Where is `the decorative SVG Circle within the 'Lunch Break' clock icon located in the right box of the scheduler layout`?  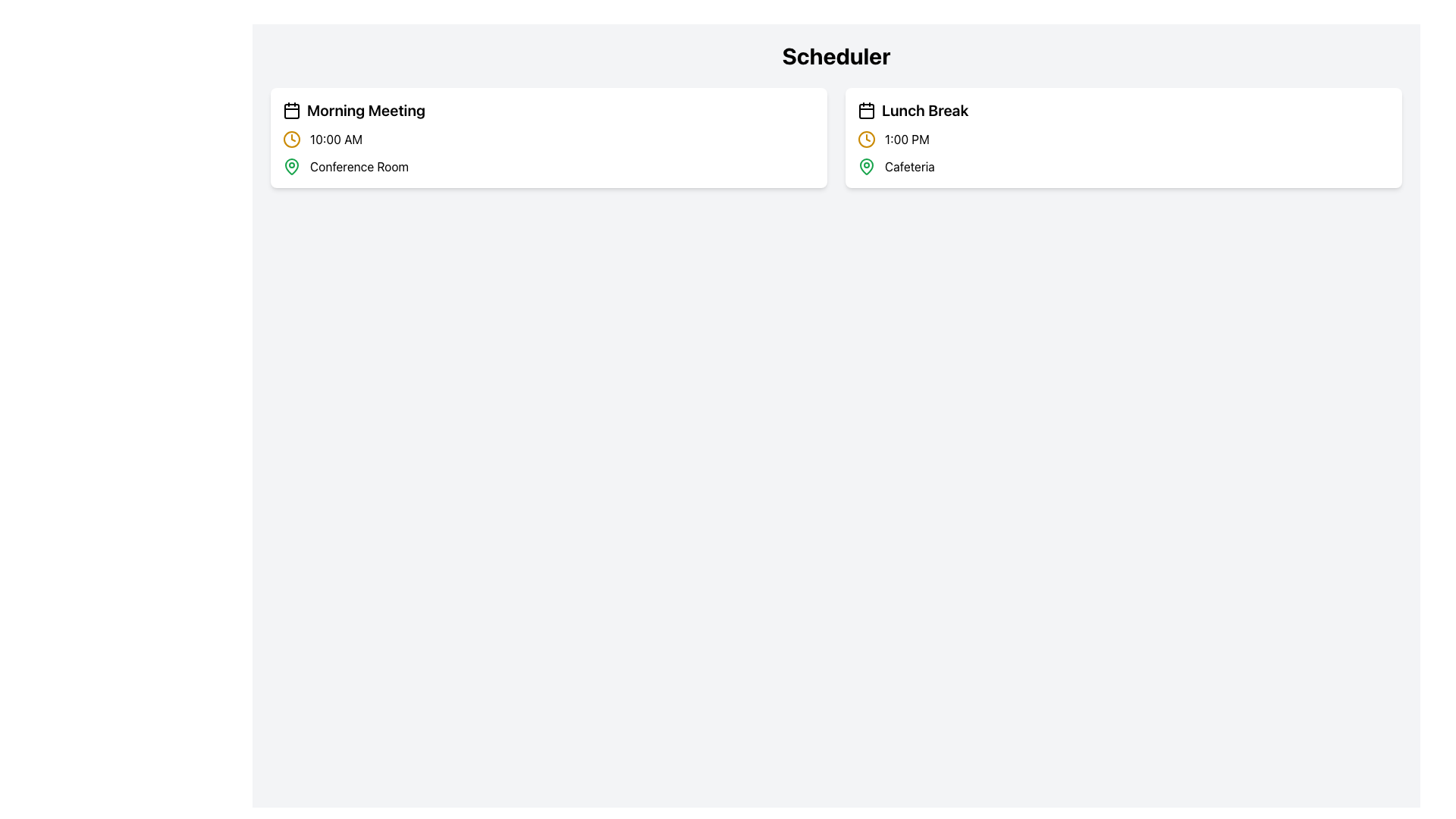 the decorative SVG Circle within the 'Lunch Break' clock icon located in the right box of the scheduler layout is located at coordinates (866, 140).